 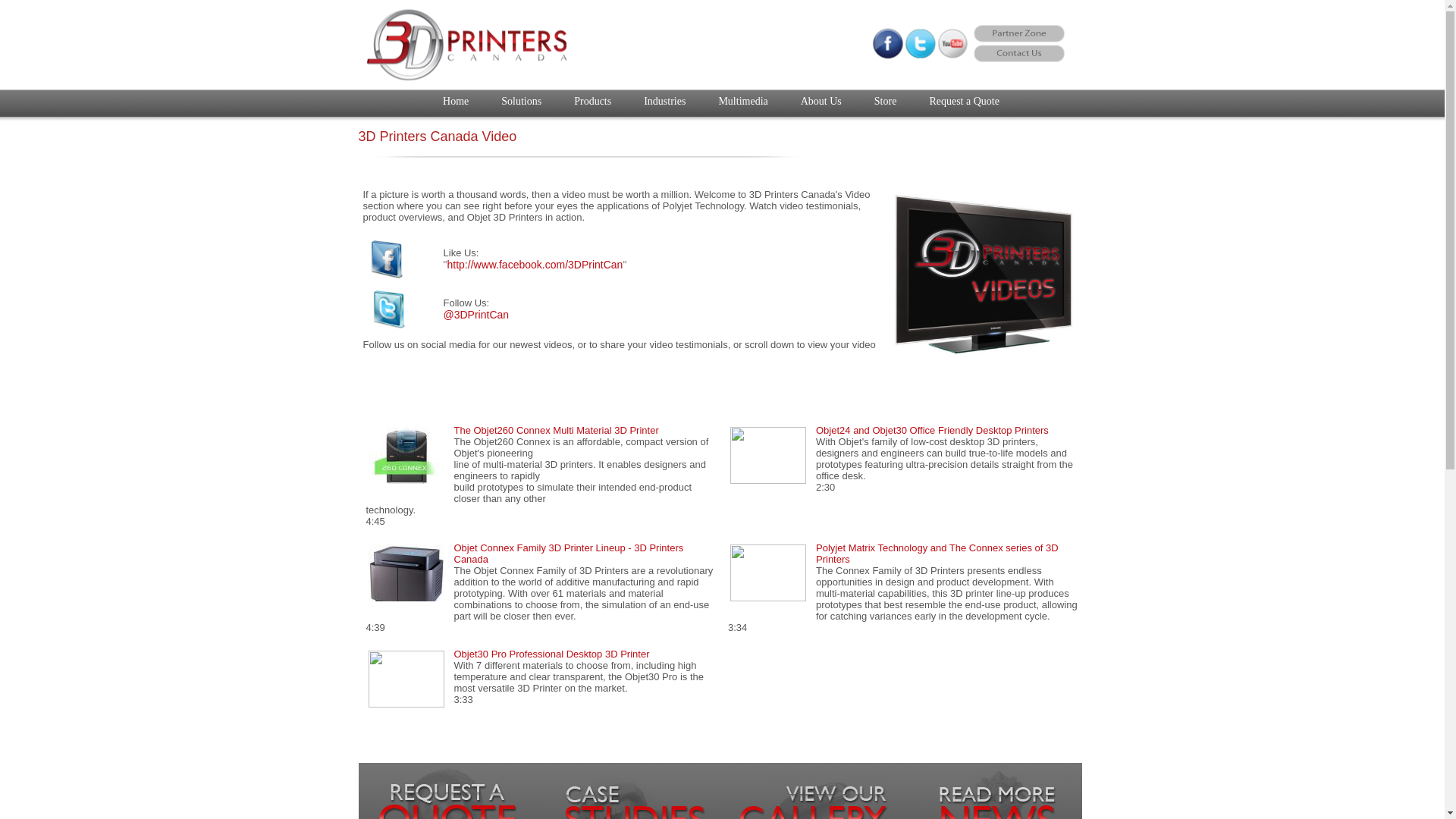 I want to click on 'Store', so click(x=885, y=102).